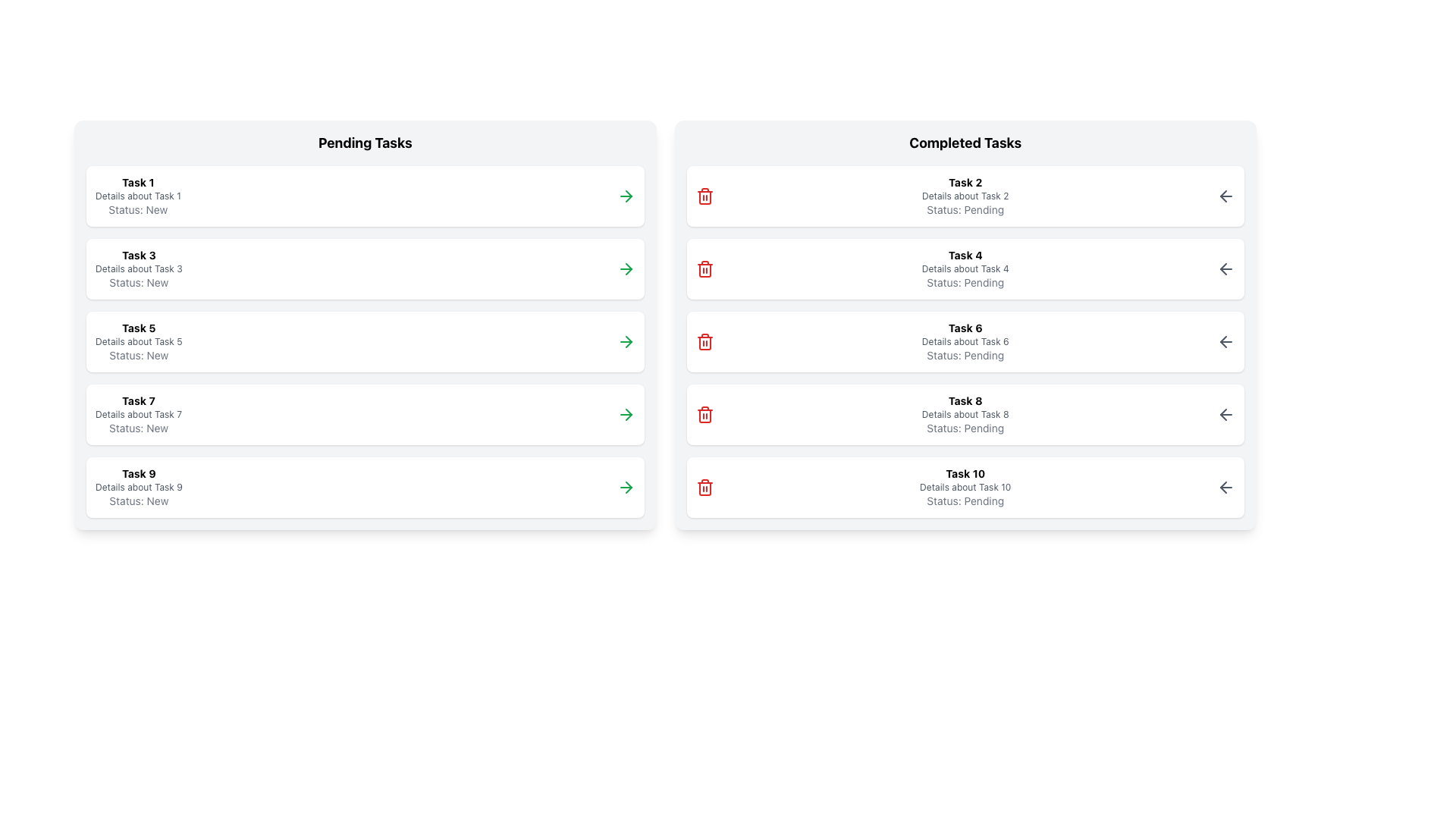 The height and width of the screenshot is (819, 1456). Describe the element at coordinates (1226, 415) in the screenshot. I see `the left arrow button styled as an outlined icon in dark gray, located on the right side of the 'Task 8' card` at that location.